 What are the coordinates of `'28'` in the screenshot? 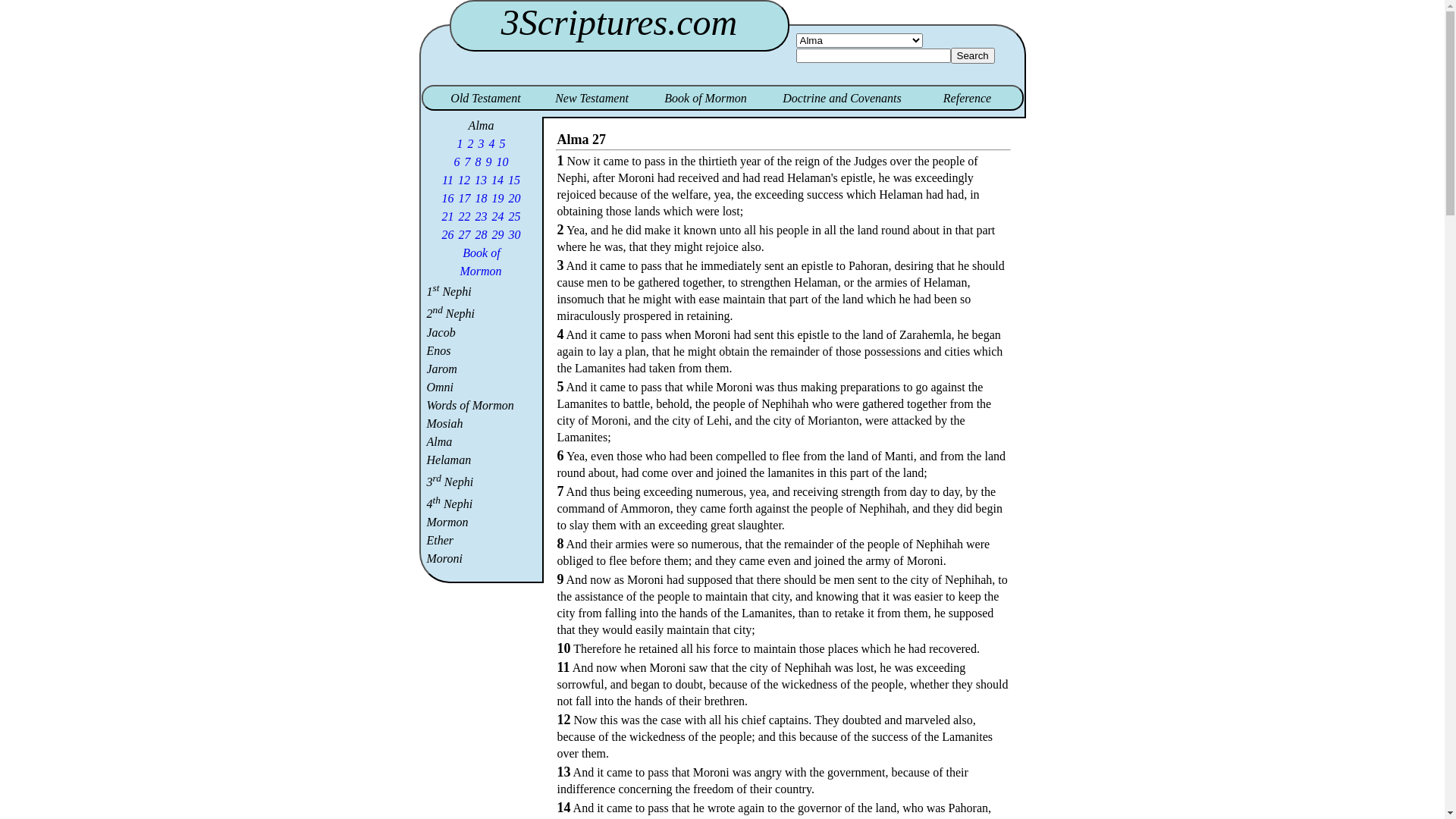 It's located at (473, 234).